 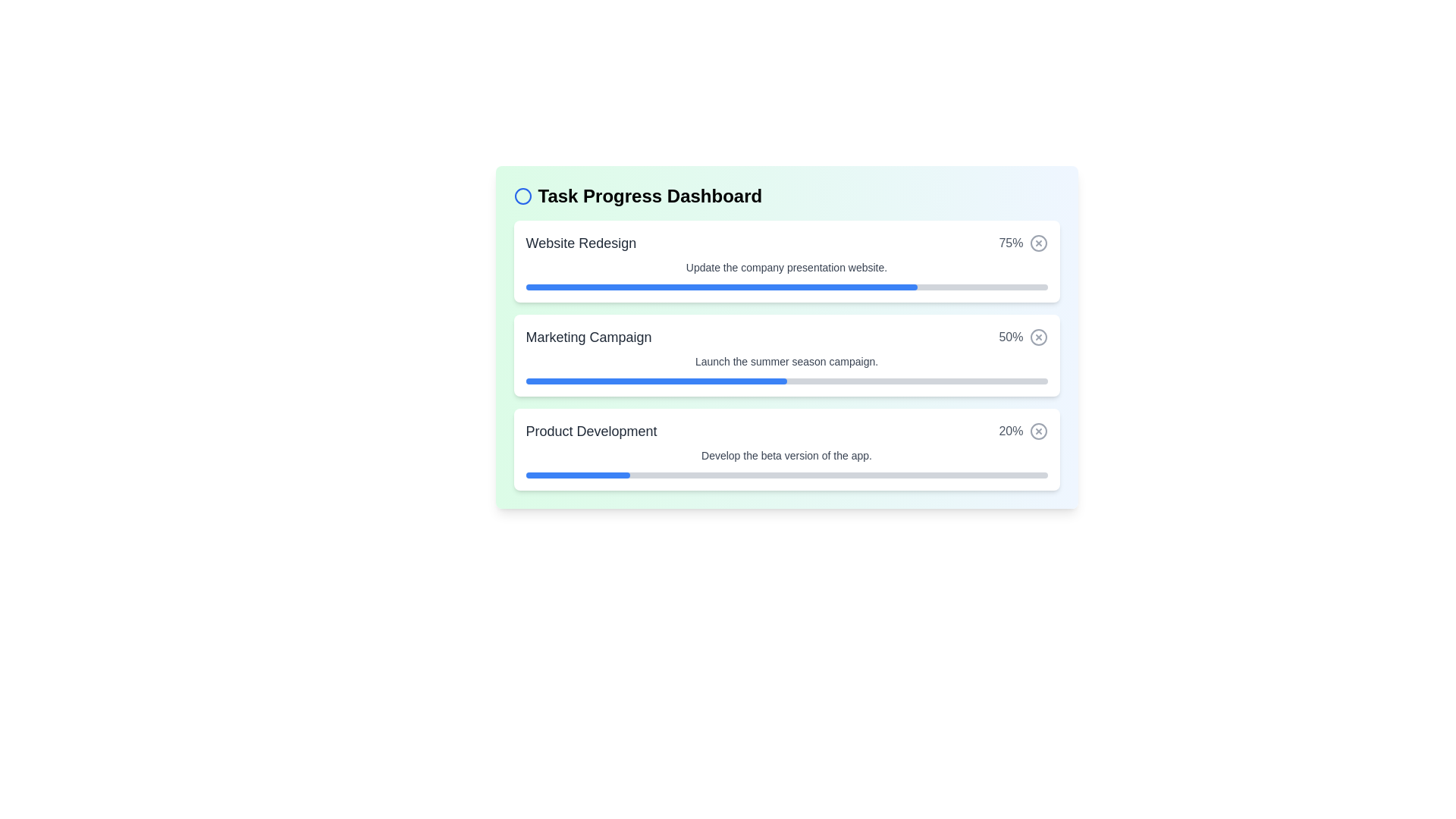 I want to click on the removal button located within the 'Product Development' progress card, adjacent to the '20%' text label, so click(x=1037, y=431).